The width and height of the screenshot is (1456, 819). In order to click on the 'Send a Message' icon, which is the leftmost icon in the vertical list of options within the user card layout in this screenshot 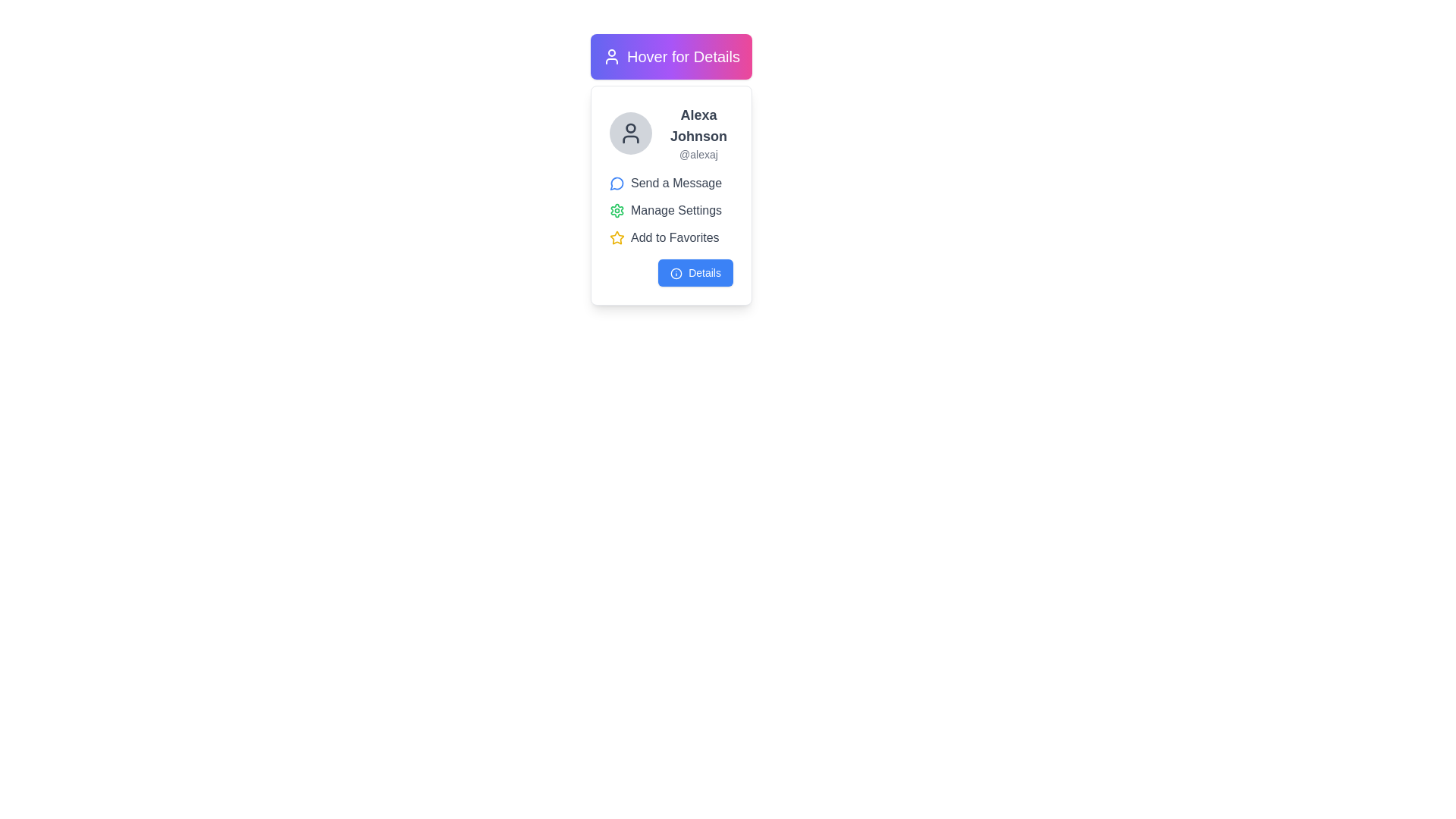, I will do `click(617, 183)`.